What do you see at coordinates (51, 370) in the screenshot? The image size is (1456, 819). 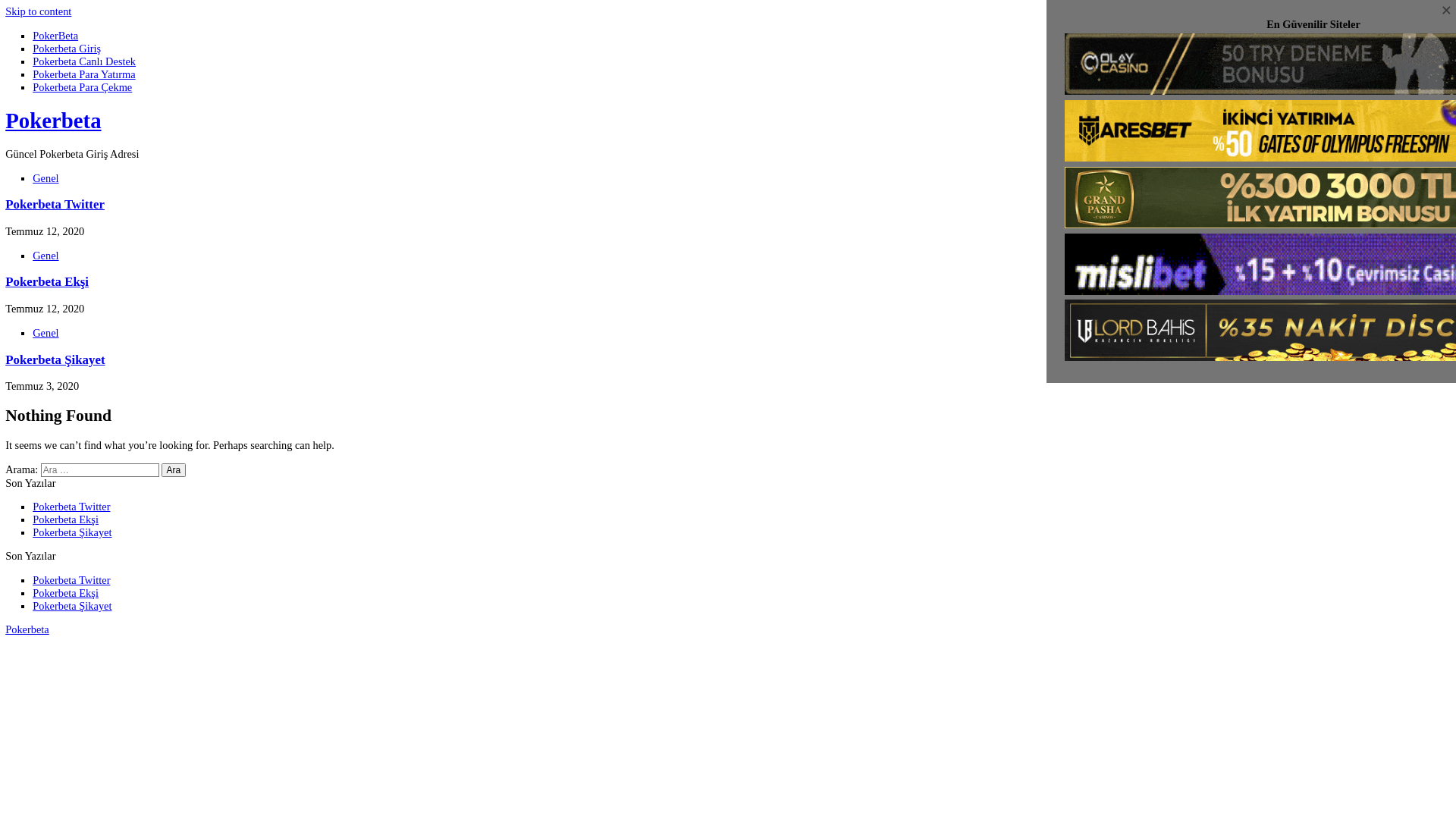 I see `'Genel'` at bounding box center [51, 370].